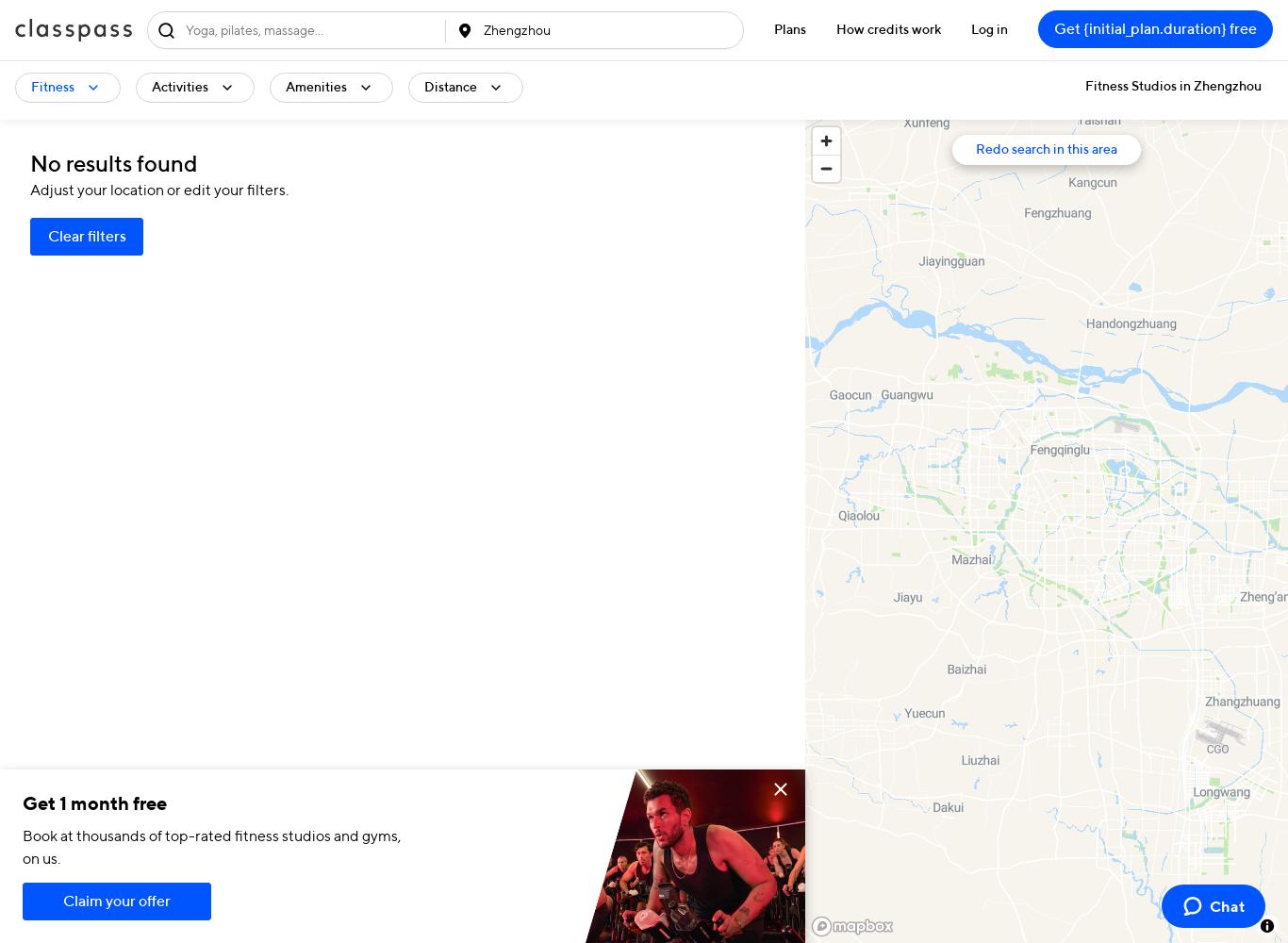 The image size is (1288, 943). I want to click on 'Activities', so click(151, 87).